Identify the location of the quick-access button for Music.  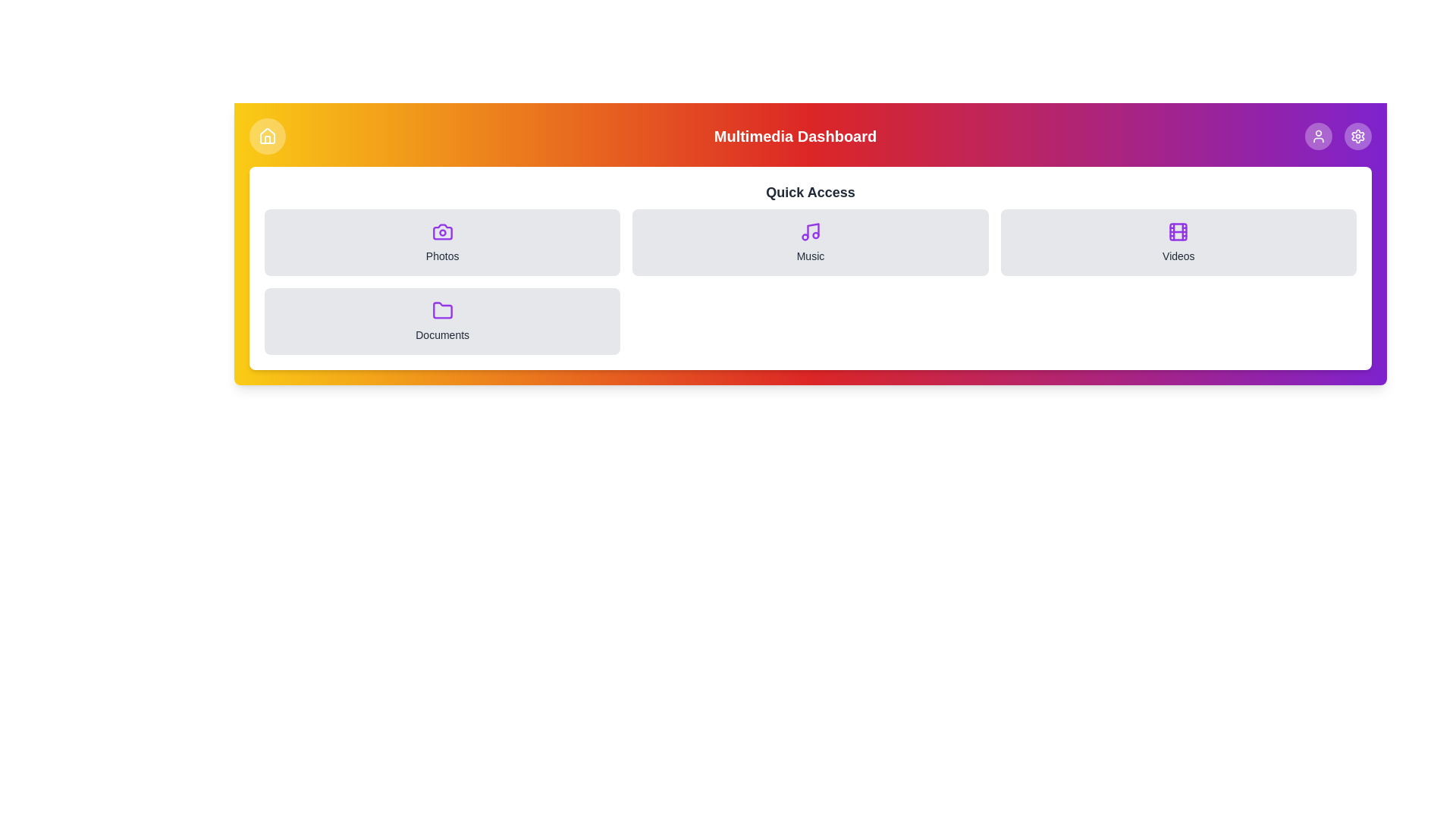
(810, 242).